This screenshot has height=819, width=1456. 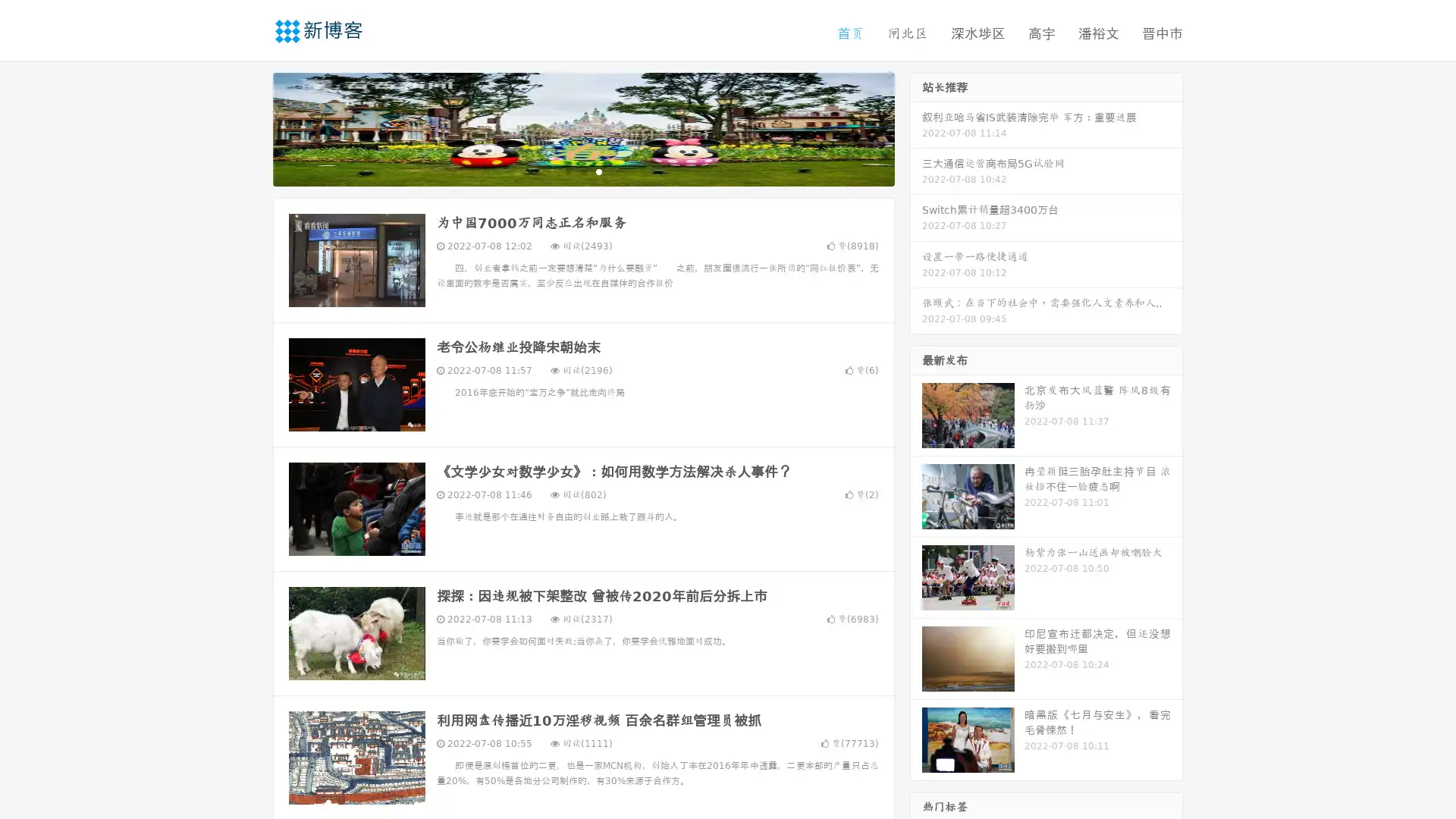 I want to click on Go to slide 1, so click(x=567, y=171).